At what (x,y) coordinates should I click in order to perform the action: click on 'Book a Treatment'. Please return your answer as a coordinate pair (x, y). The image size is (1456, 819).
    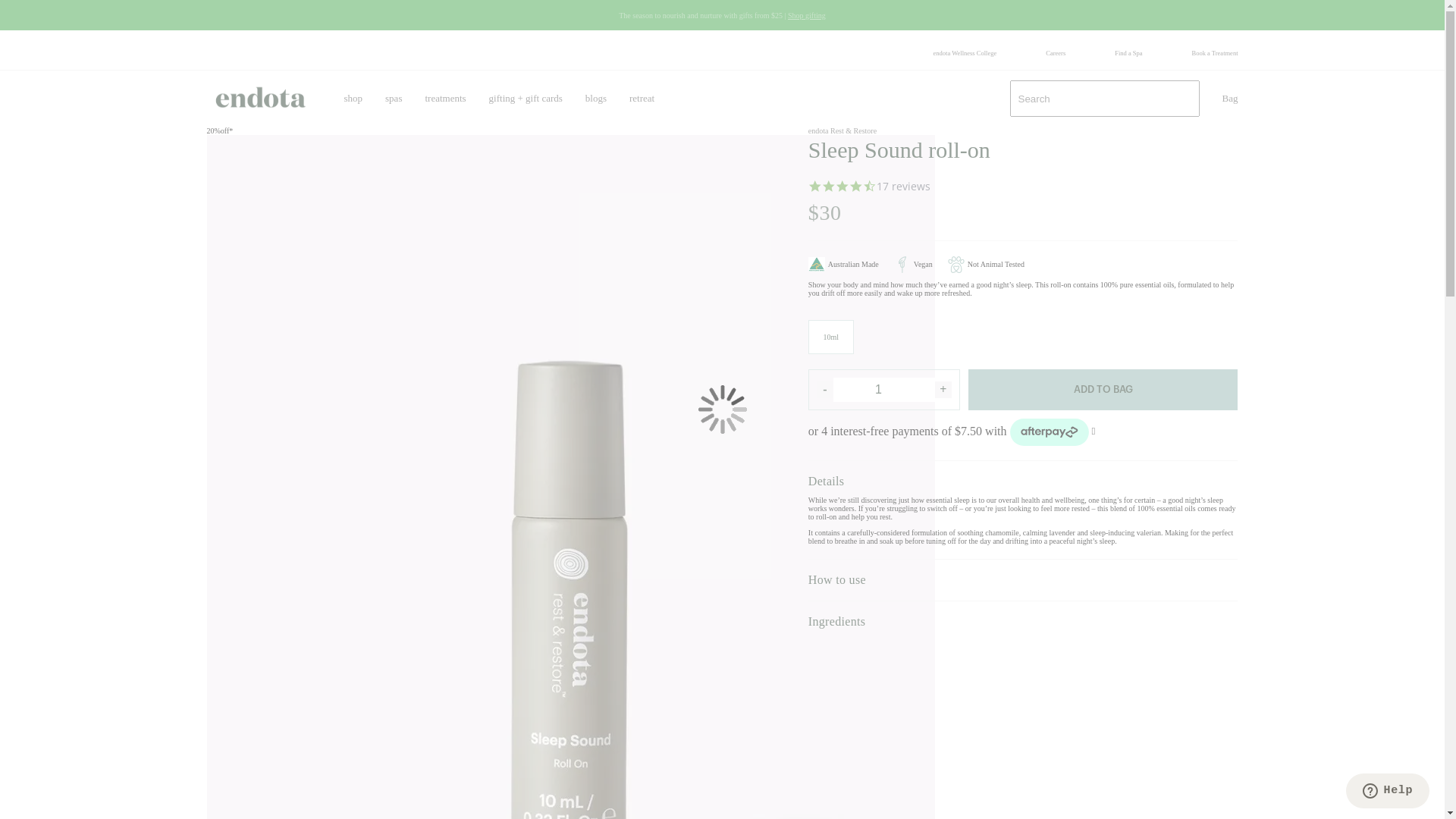
    Looking at the image, I should click on (1191, 52).